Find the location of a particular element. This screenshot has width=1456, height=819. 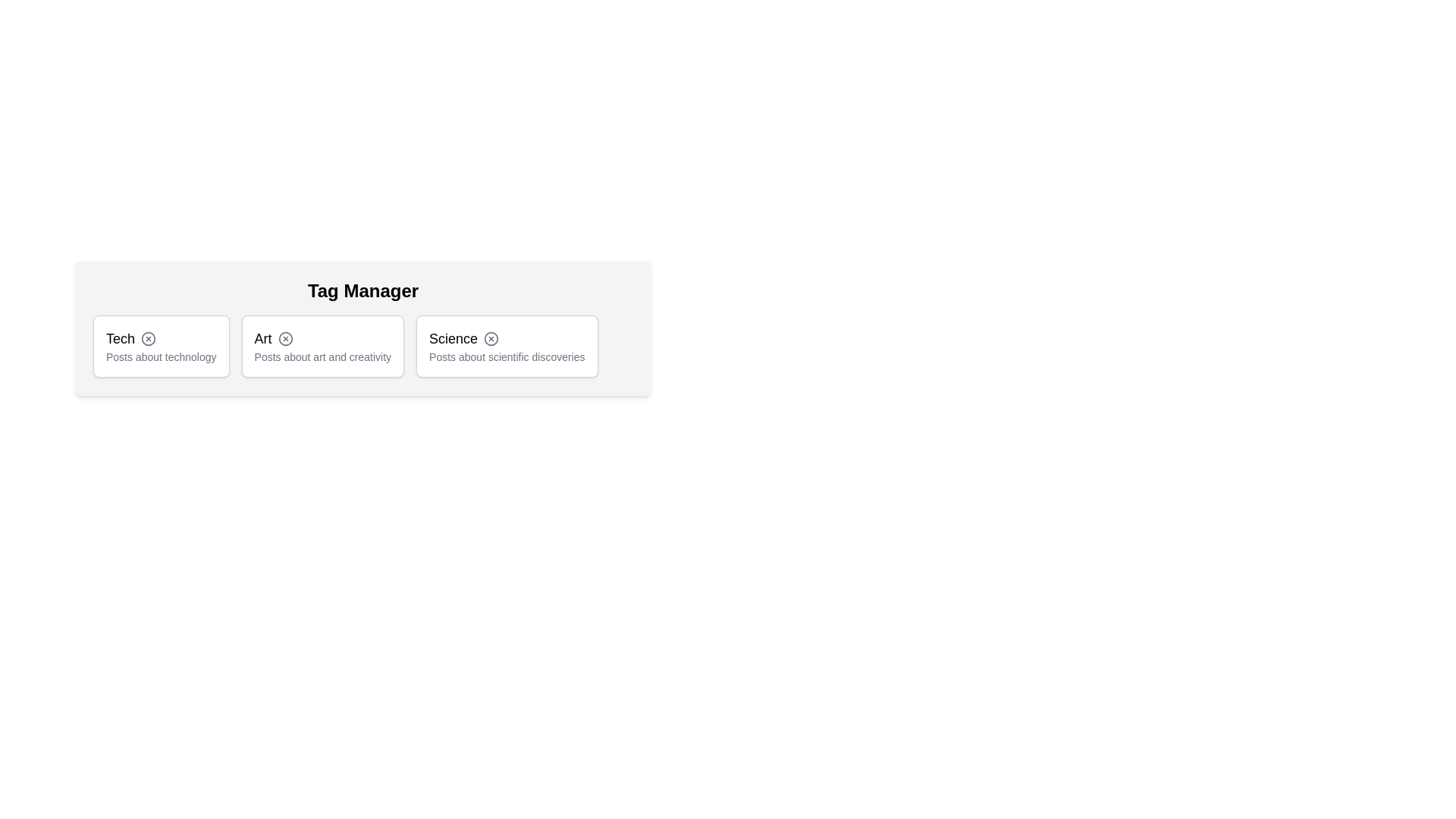

the tag Science by clicking on it is located at coordinates (506, 346).